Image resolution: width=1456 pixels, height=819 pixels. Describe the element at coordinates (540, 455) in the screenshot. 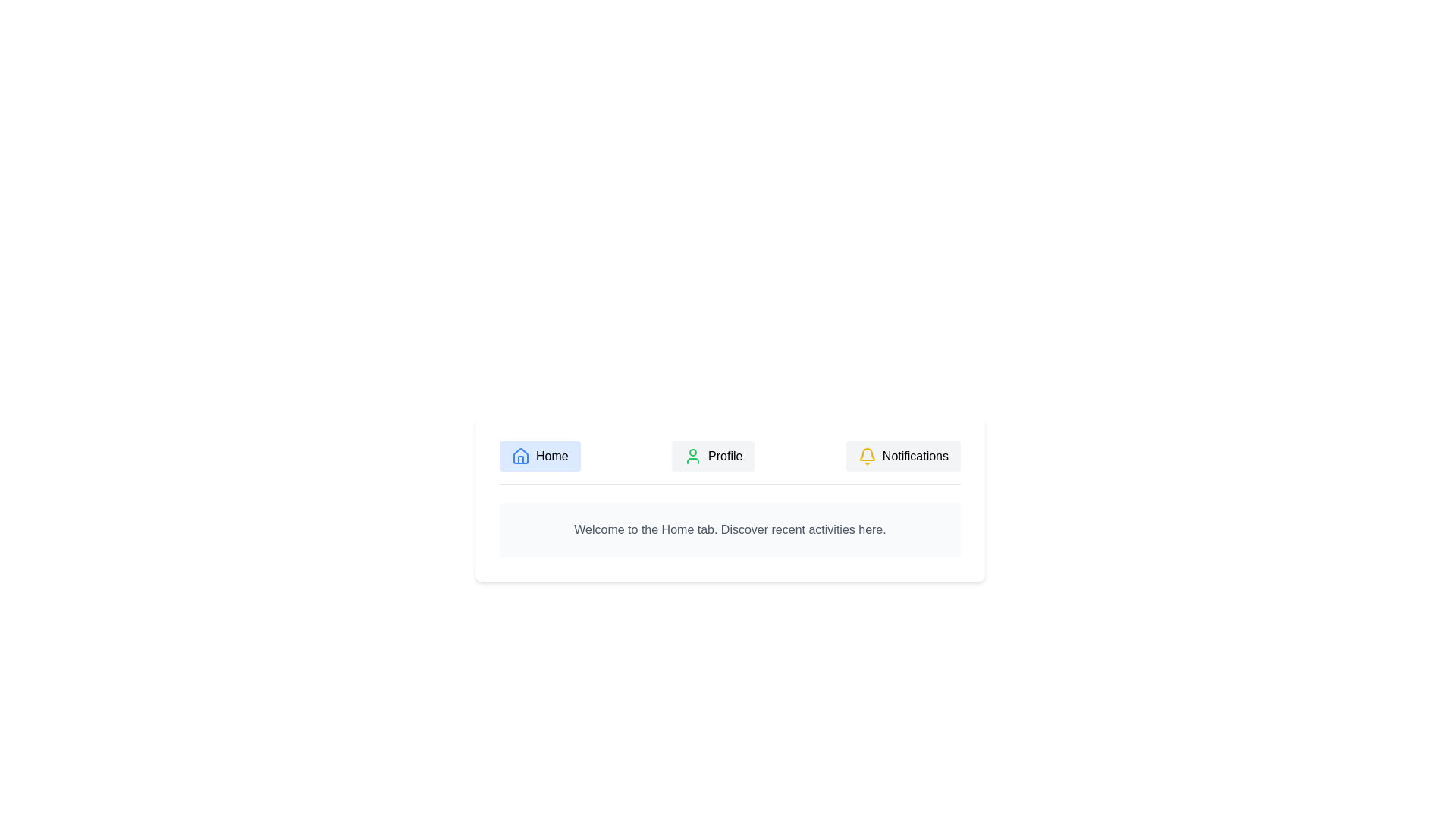

I see `the tab labeled Home to observe its hover effect` at that location.